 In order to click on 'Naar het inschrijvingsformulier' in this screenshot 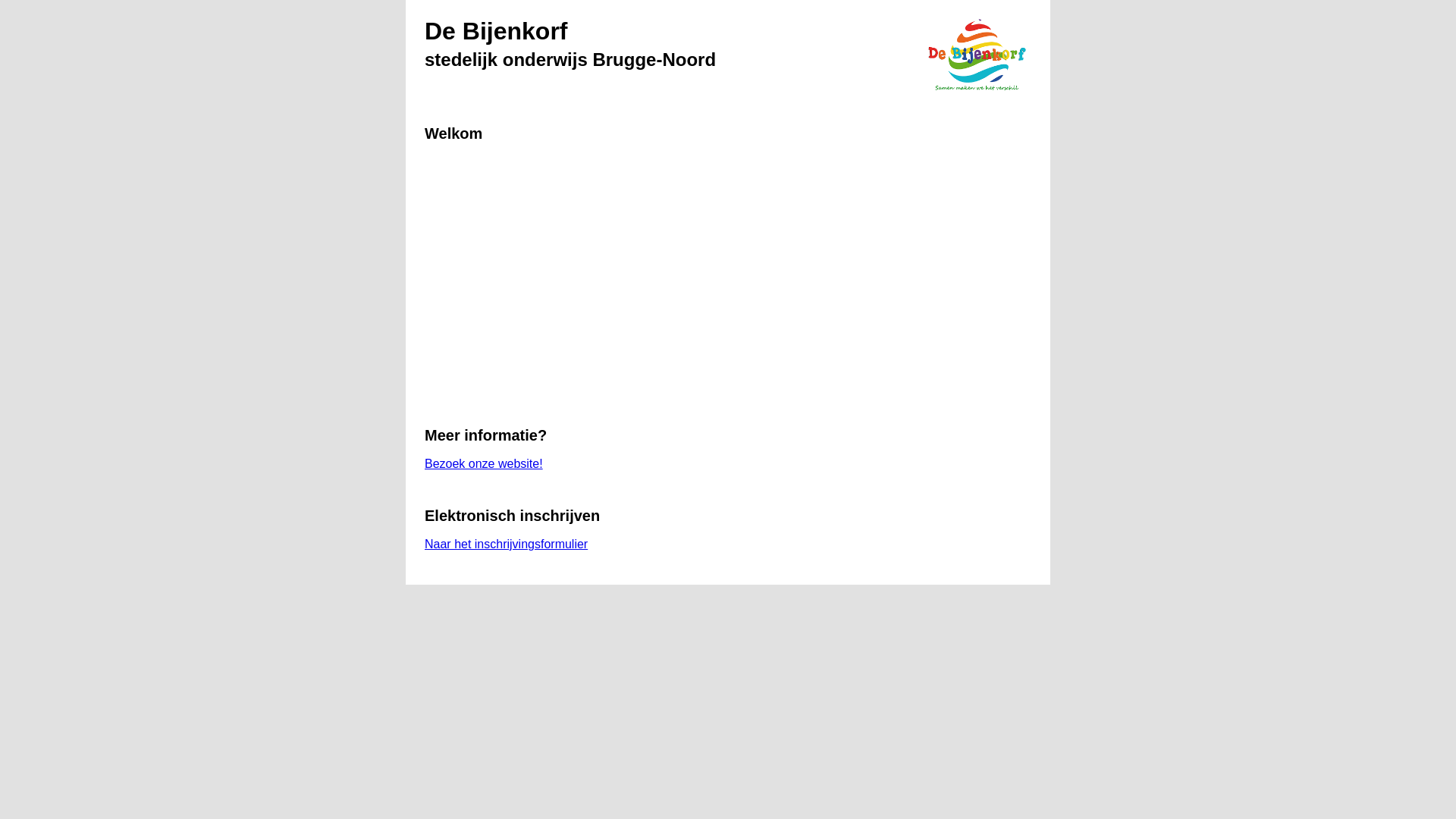, I will do `click(506, 543)`.